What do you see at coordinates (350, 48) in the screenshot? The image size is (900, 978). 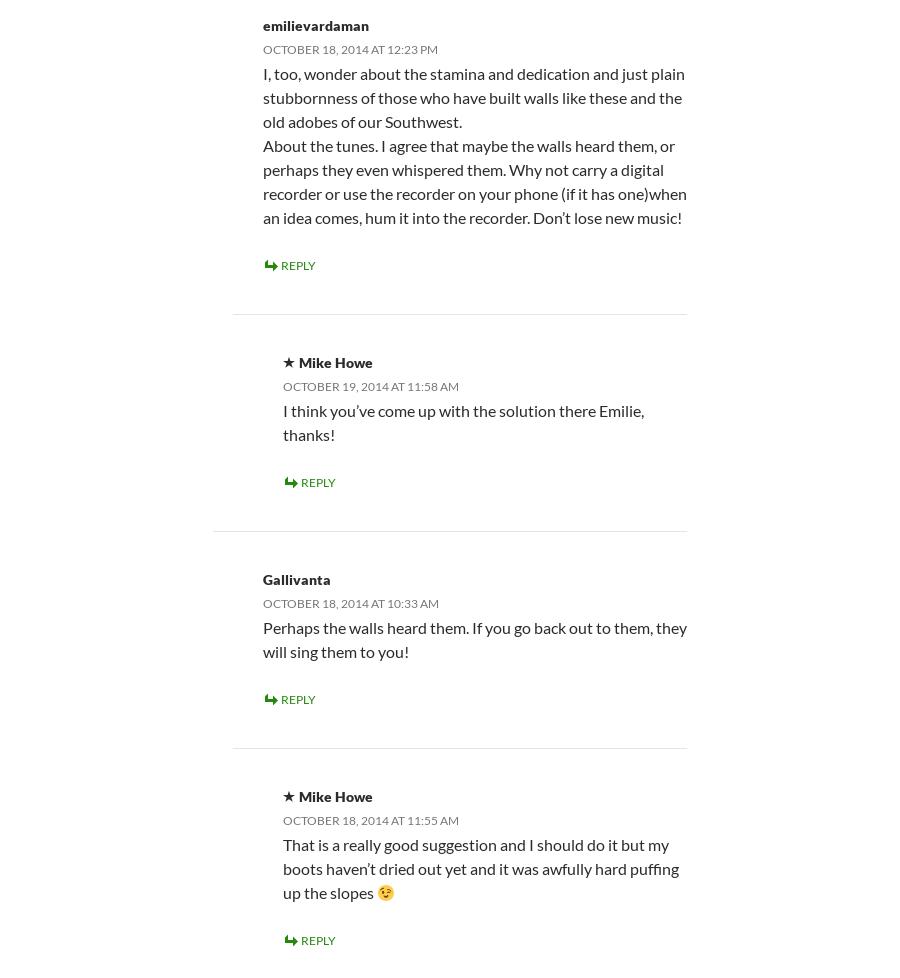 I see `'October 18, 2014 at 12:23 pm'` at bounding box center [350, 48].